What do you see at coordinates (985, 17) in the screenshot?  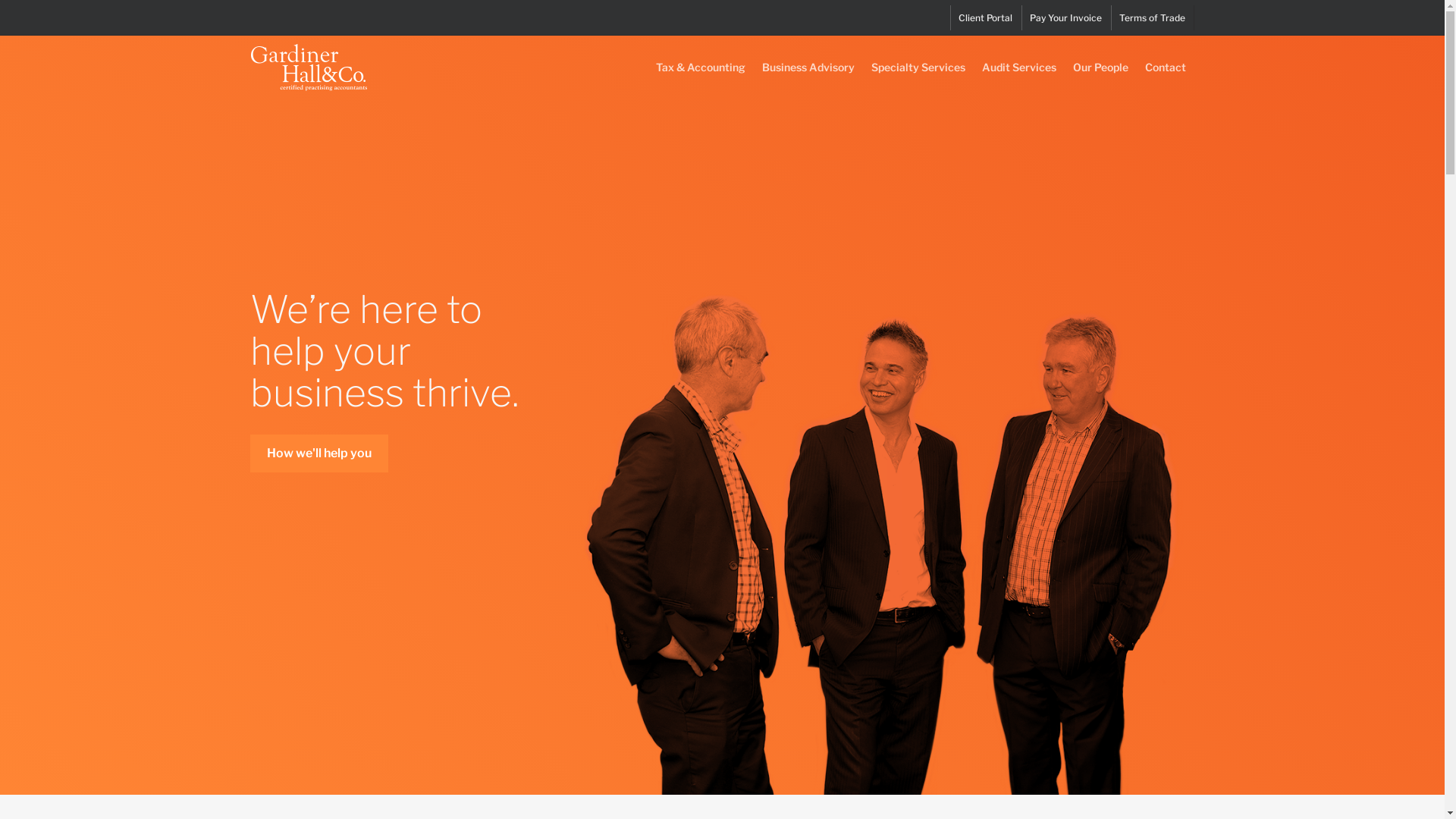 I see `'Client Portal'` at bounding box center [985, 17].